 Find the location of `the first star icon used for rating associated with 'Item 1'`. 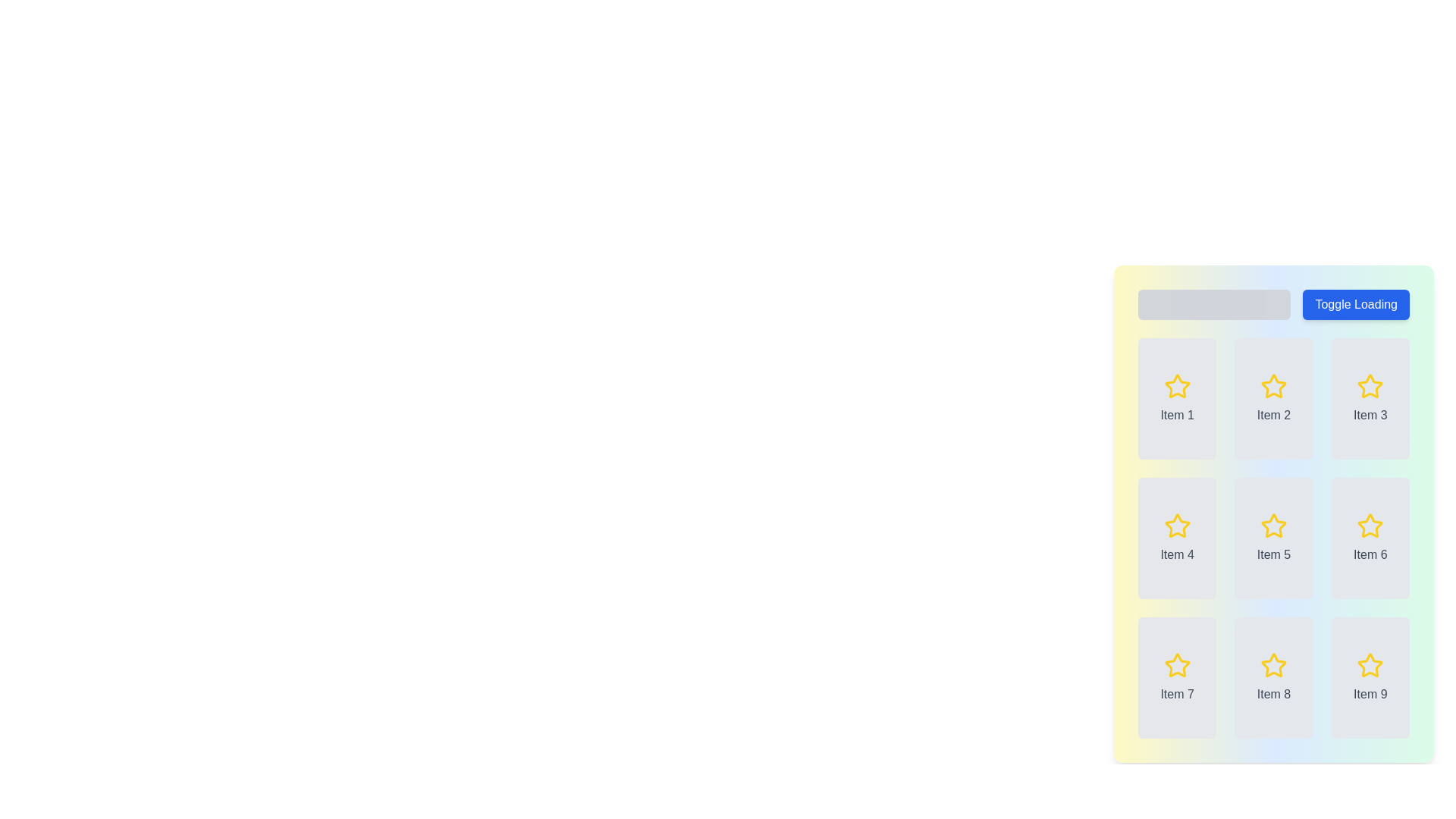

the first star icon used for rating associated with 'Item 1' is located at coordinates (1176, 385).